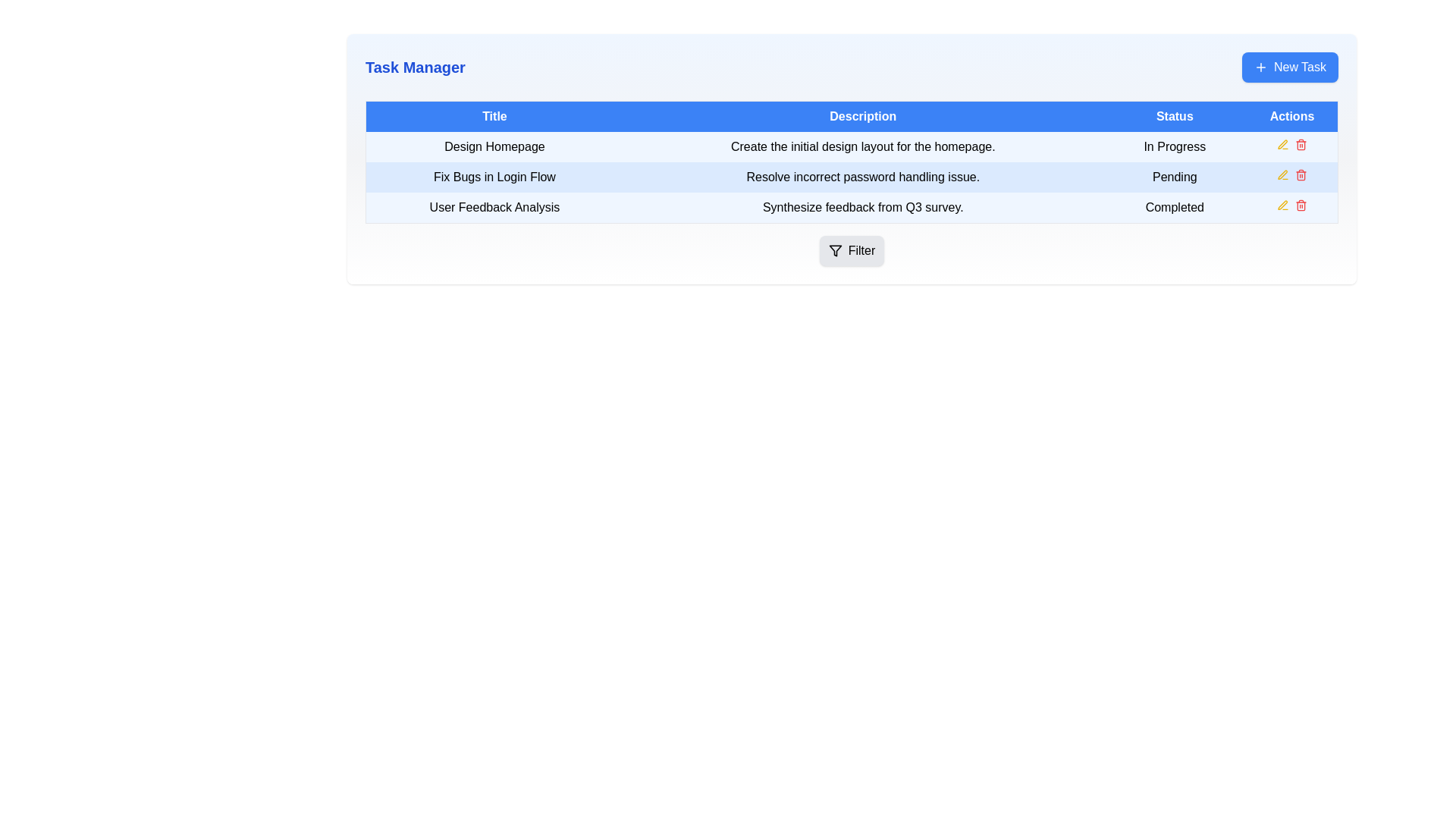 The image size is (1456, 819). What do you see at coordinates (861, 250) in the screenshot?
I see `the 'Filter' text label which is styled in black within a light gray rounded rectangle button, located in the bottom right corner of the table interface` at bounding box center [861, 250].